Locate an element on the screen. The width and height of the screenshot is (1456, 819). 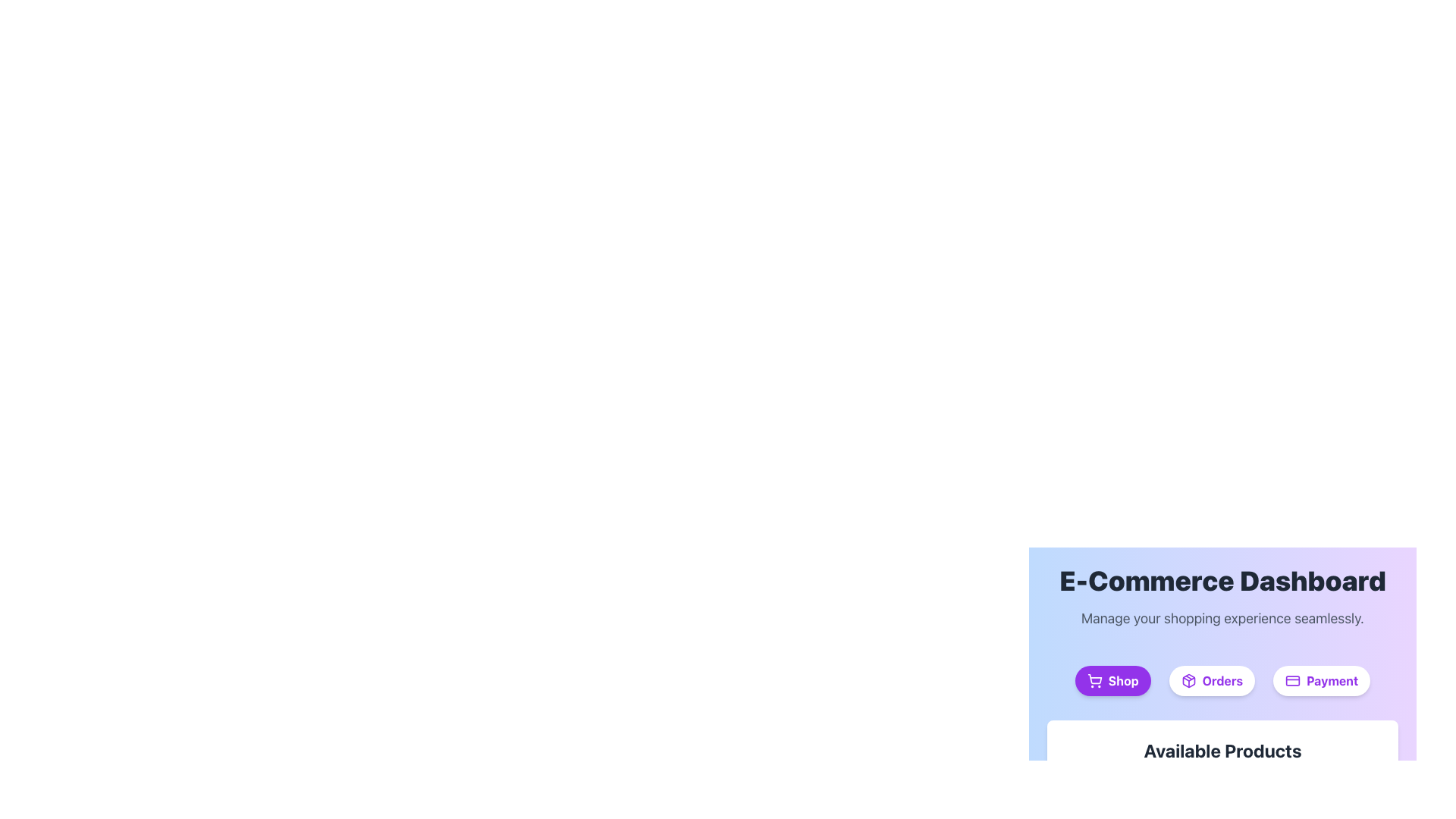
header text 'E-Commerce Dashboard' to understand the dashboard's purpose, which is styled in large bold sans-serif font and positioned at the top of the section is located at coordinates (1222, 580).